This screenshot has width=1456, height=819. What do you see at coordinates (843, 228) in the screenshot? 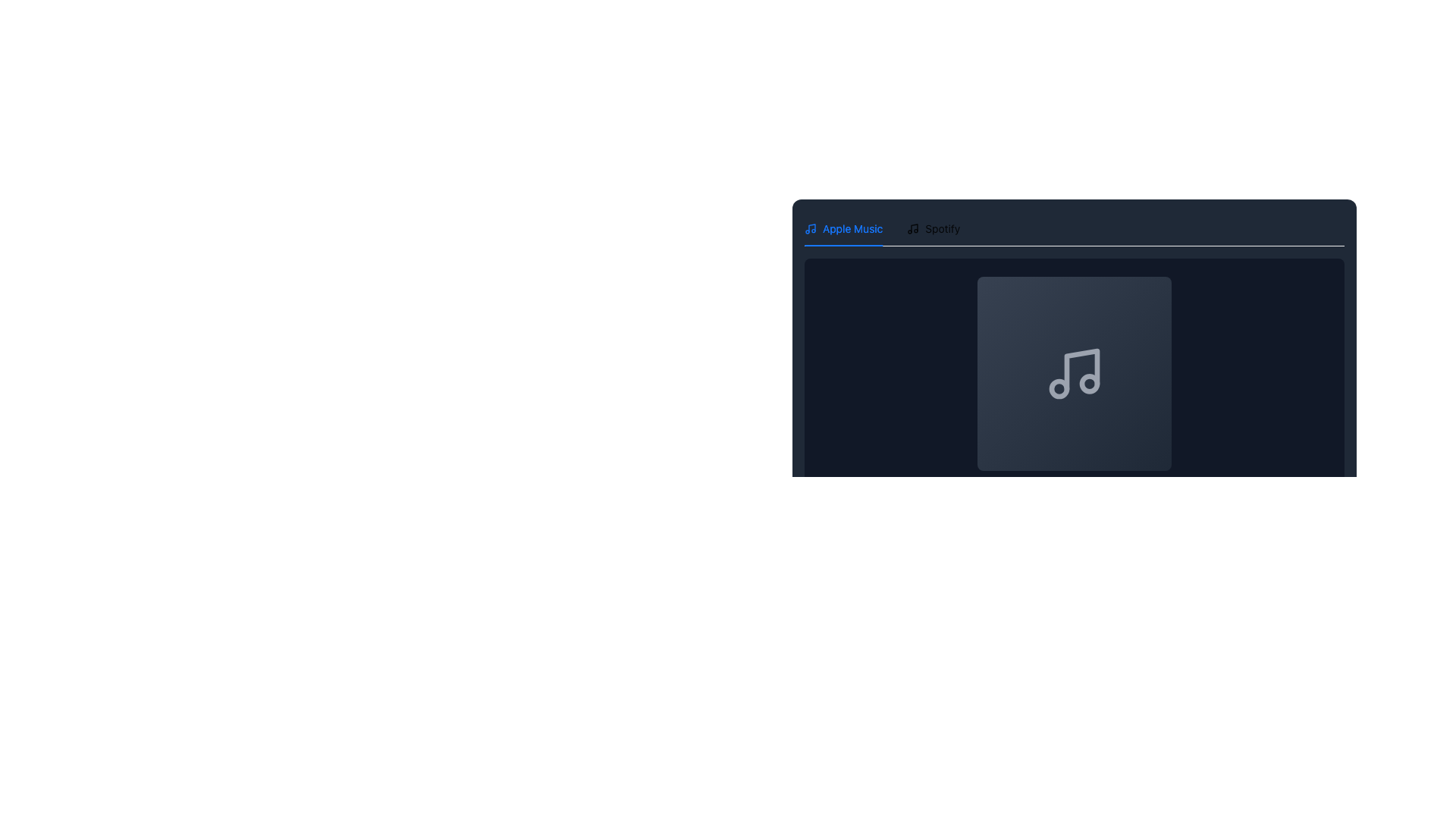
I see `the 'Apple Music' button, which displays the text 'Apple Music' and a musical note icon, located in the upper-left side of the interface as the first tab in a horizontal navigation bar` at bounding box center [843, 228].